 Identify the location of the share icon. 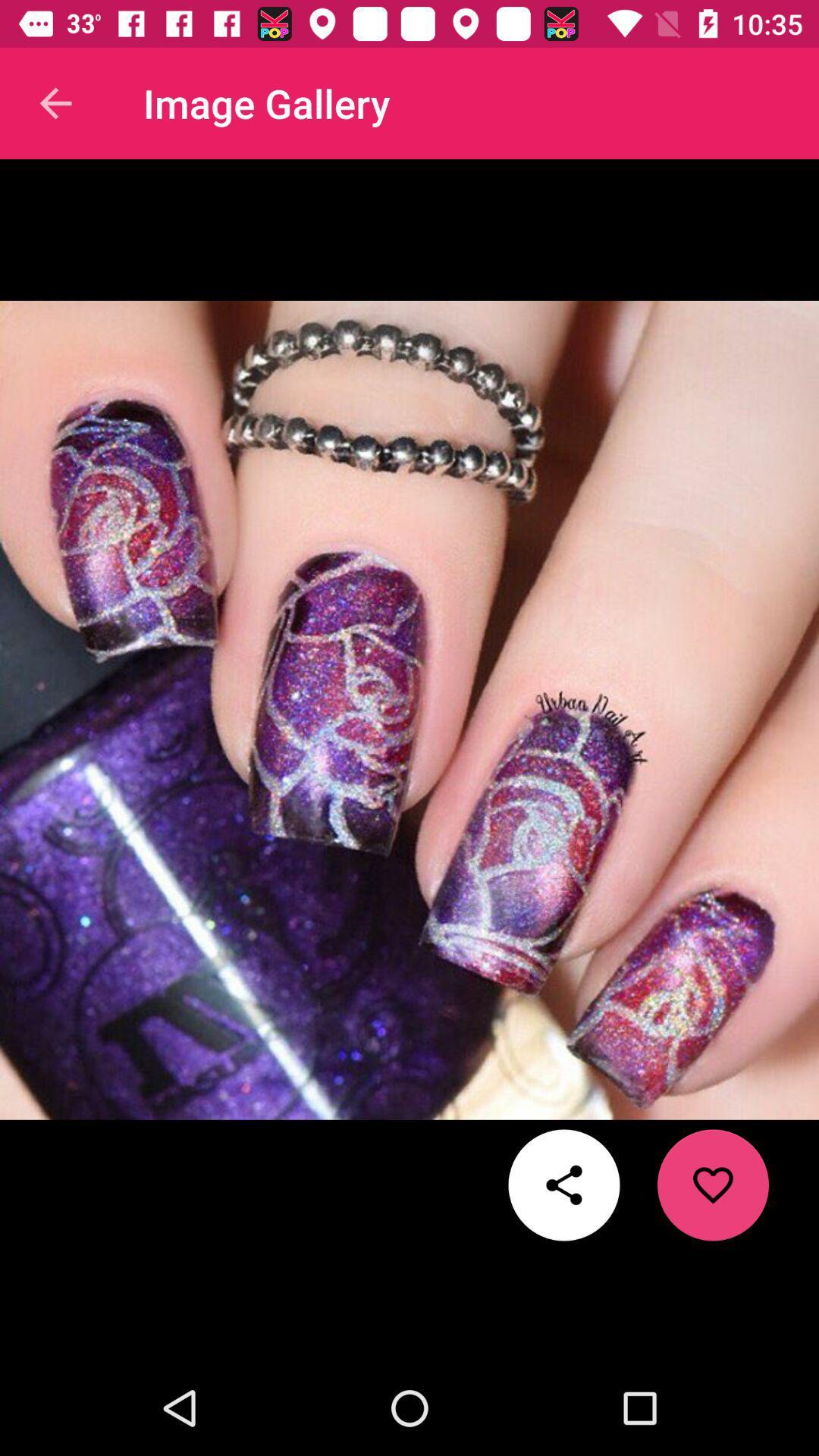
(564, 1185).